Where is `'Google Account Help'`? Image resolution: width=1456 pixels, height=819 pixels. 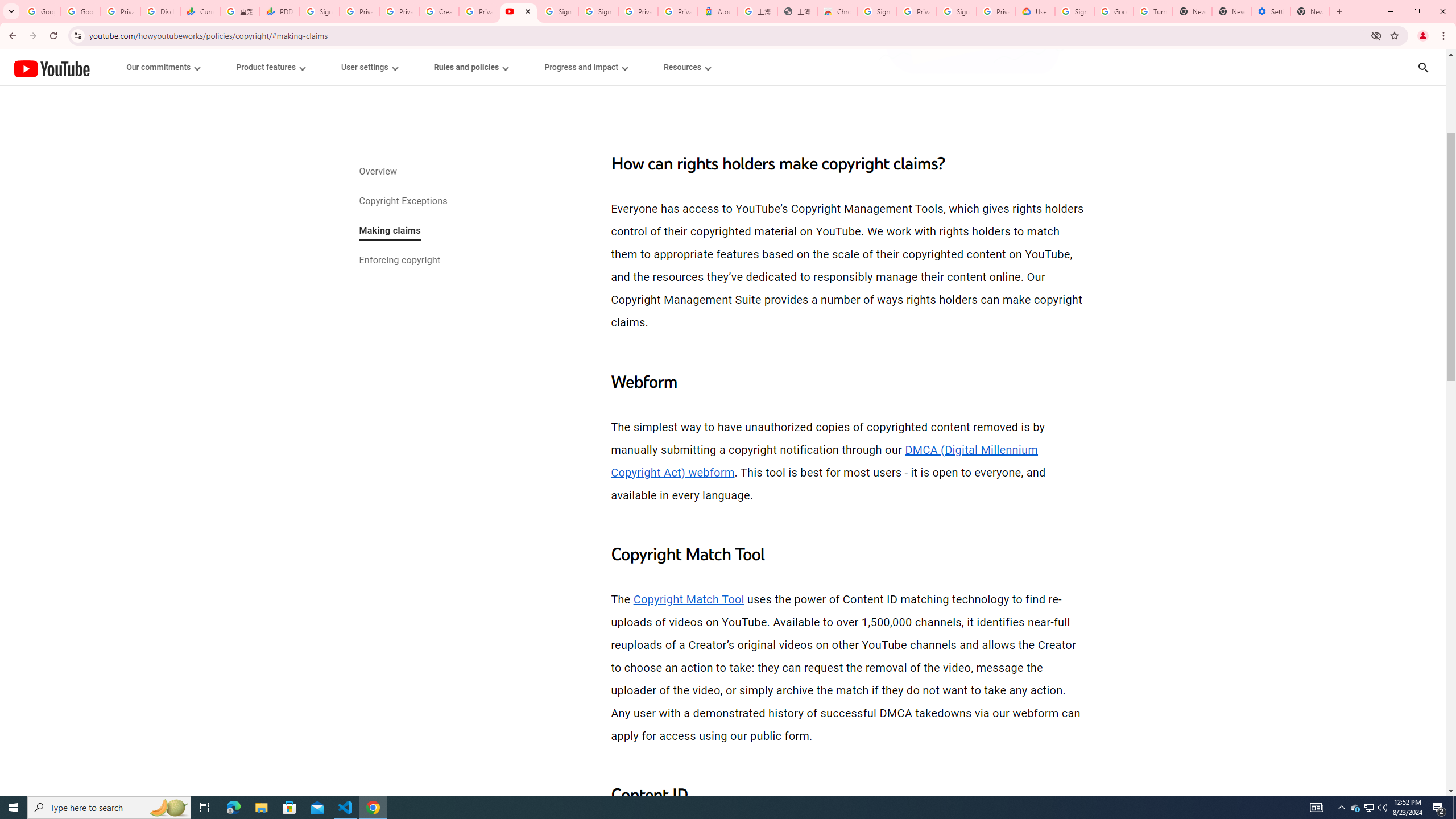 'Google Account Help' is located at coordinates (1113, 11).